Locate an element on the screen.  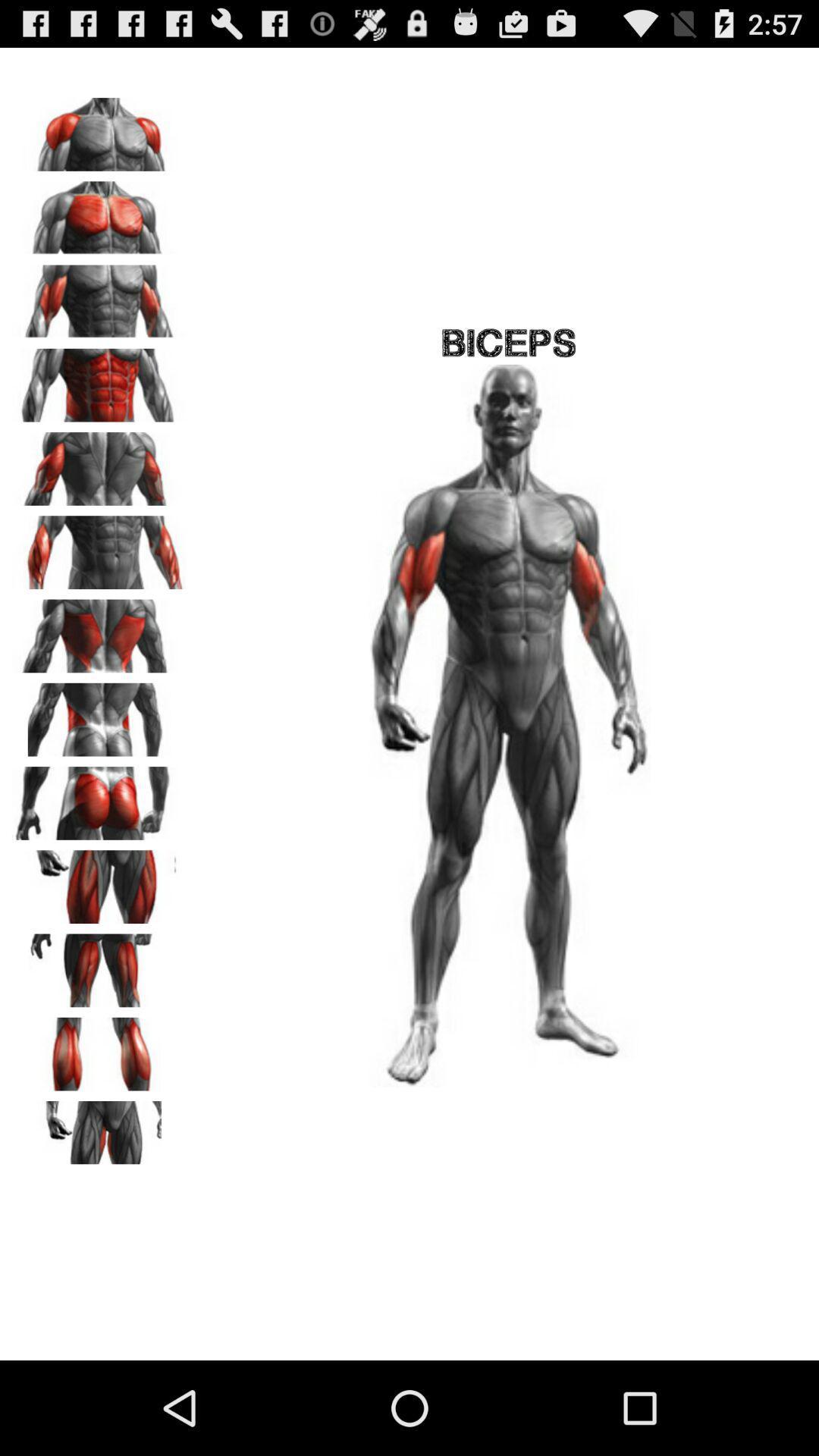
back side of the body is located at coordinates (99, 714).